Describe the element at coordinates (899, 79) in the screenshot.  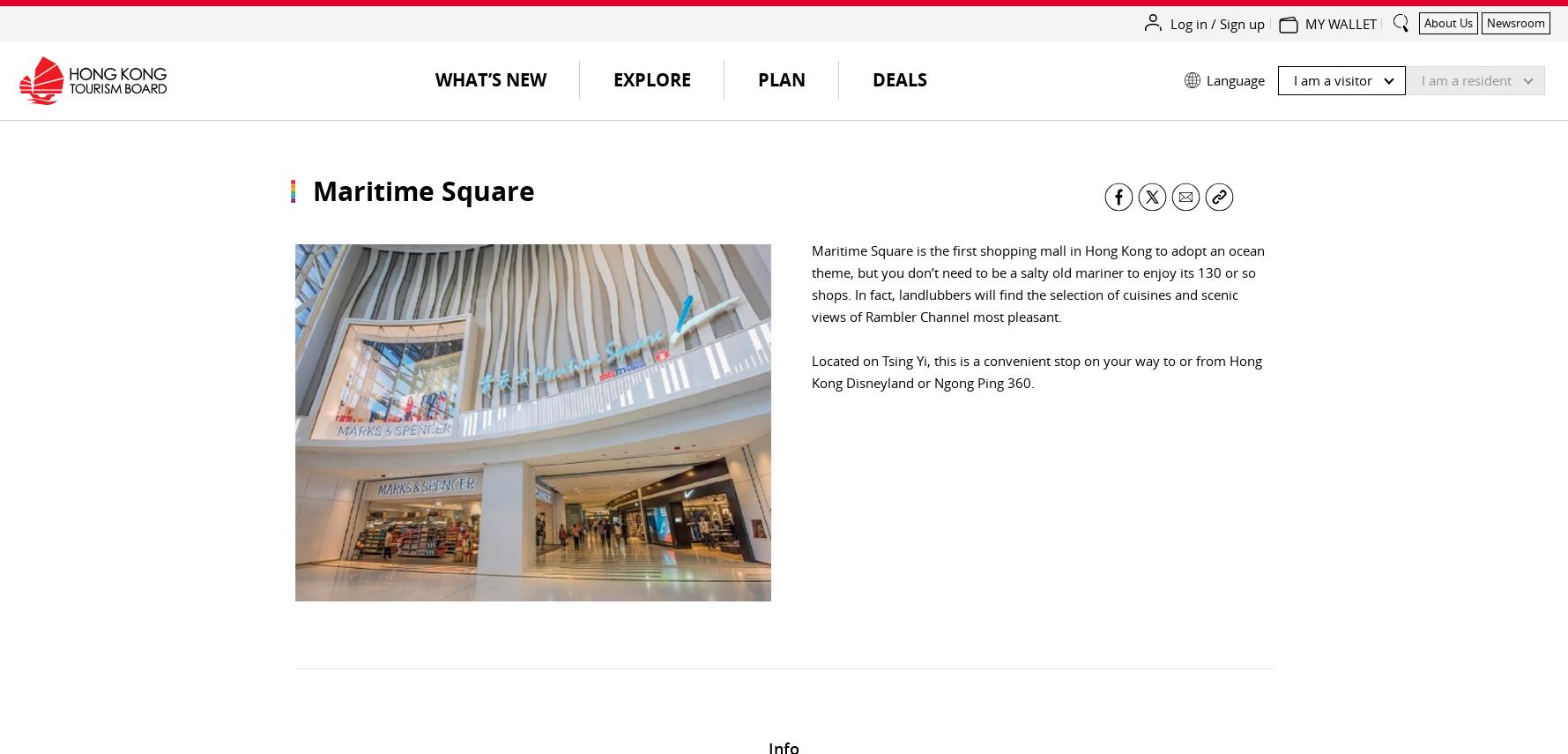
I see `'Deals'` at that location.